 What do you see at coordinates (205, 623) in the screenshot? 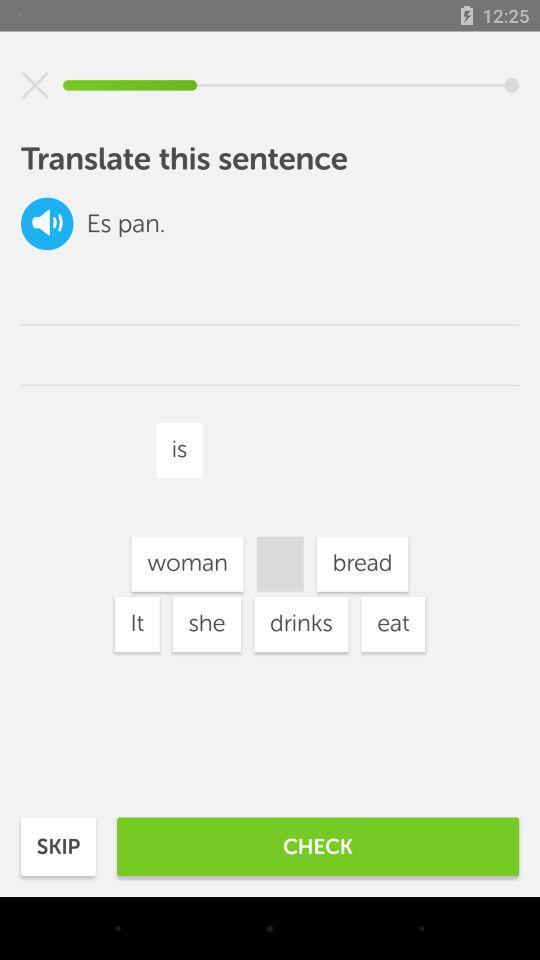
I see `she icon` at bounding box center [205, 623].